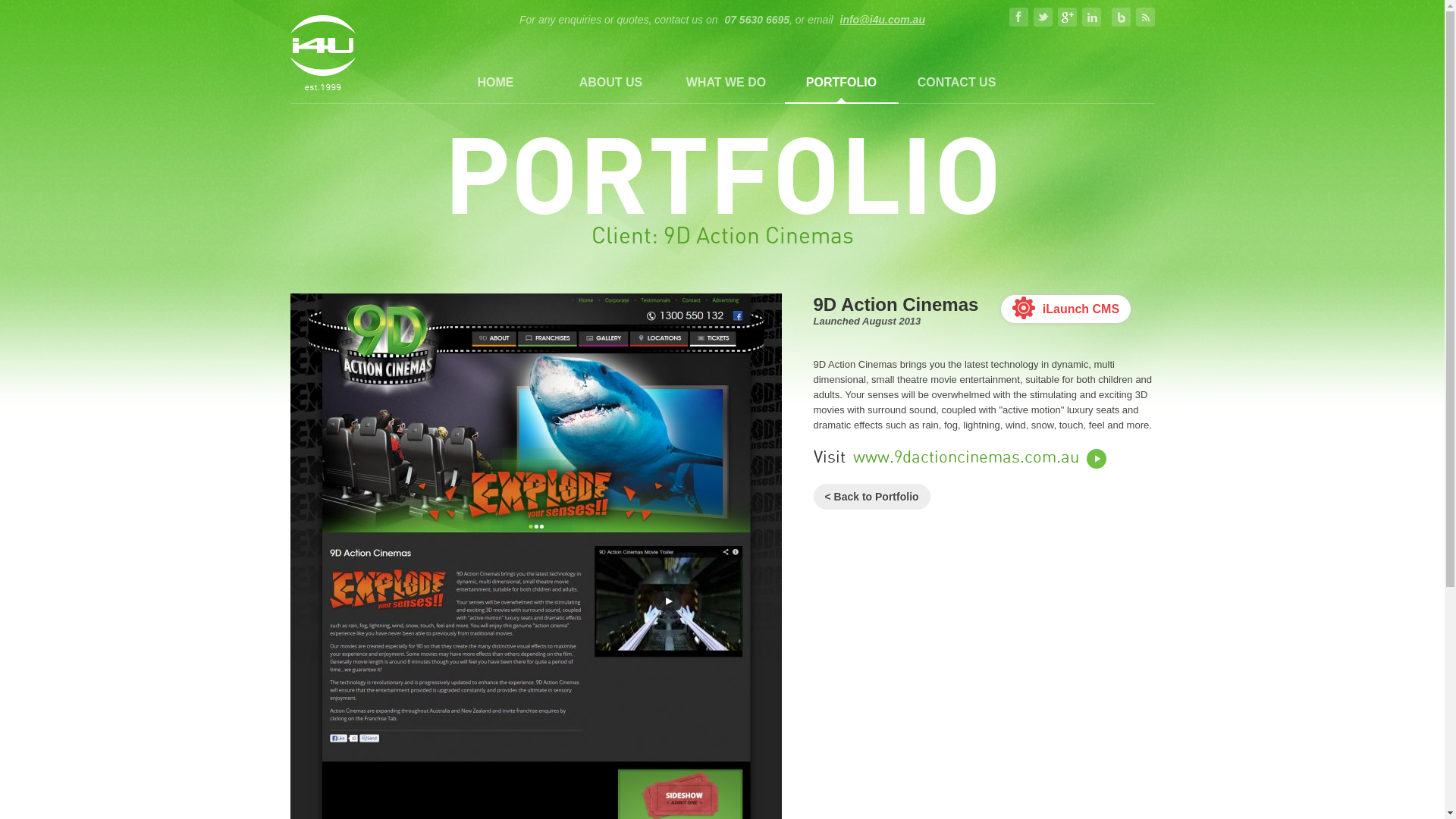 The image size is (1456, 819). I want to click on 'ABOUT US', so click(610, 82).